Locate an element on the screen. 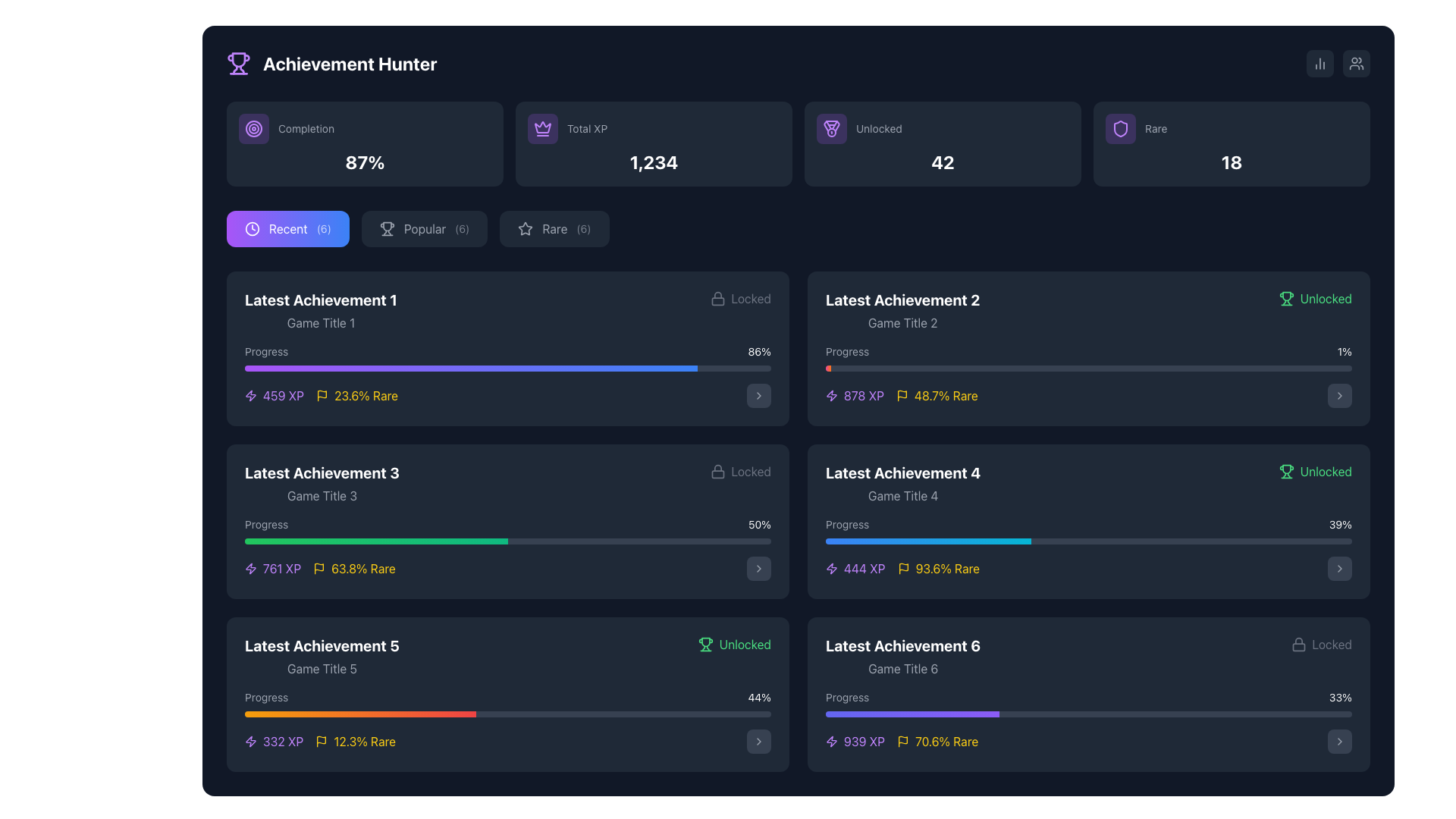 This screenshot has height=819, width=1456. the concentric circle target icon with a purple outline located in the top-left corner of the 'Completion' group, which shows '87%' as the main content is located at coordinates (254, 127).